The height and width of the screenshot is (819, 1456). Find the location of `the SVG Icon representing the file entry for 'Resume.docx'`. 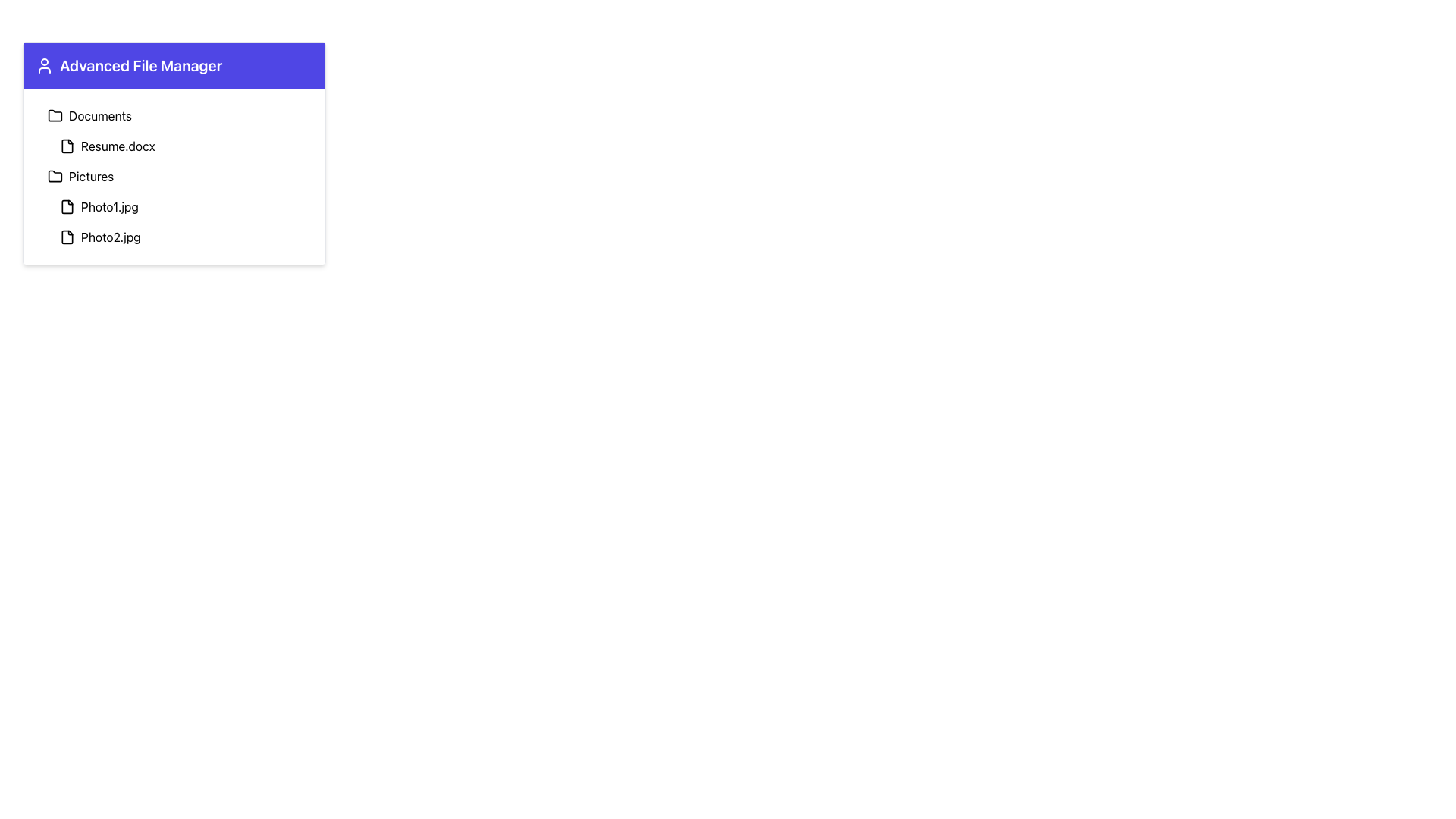

the SVG Icon representing the file entry for 'Resume.docx' is located at coordinates (67, 146).